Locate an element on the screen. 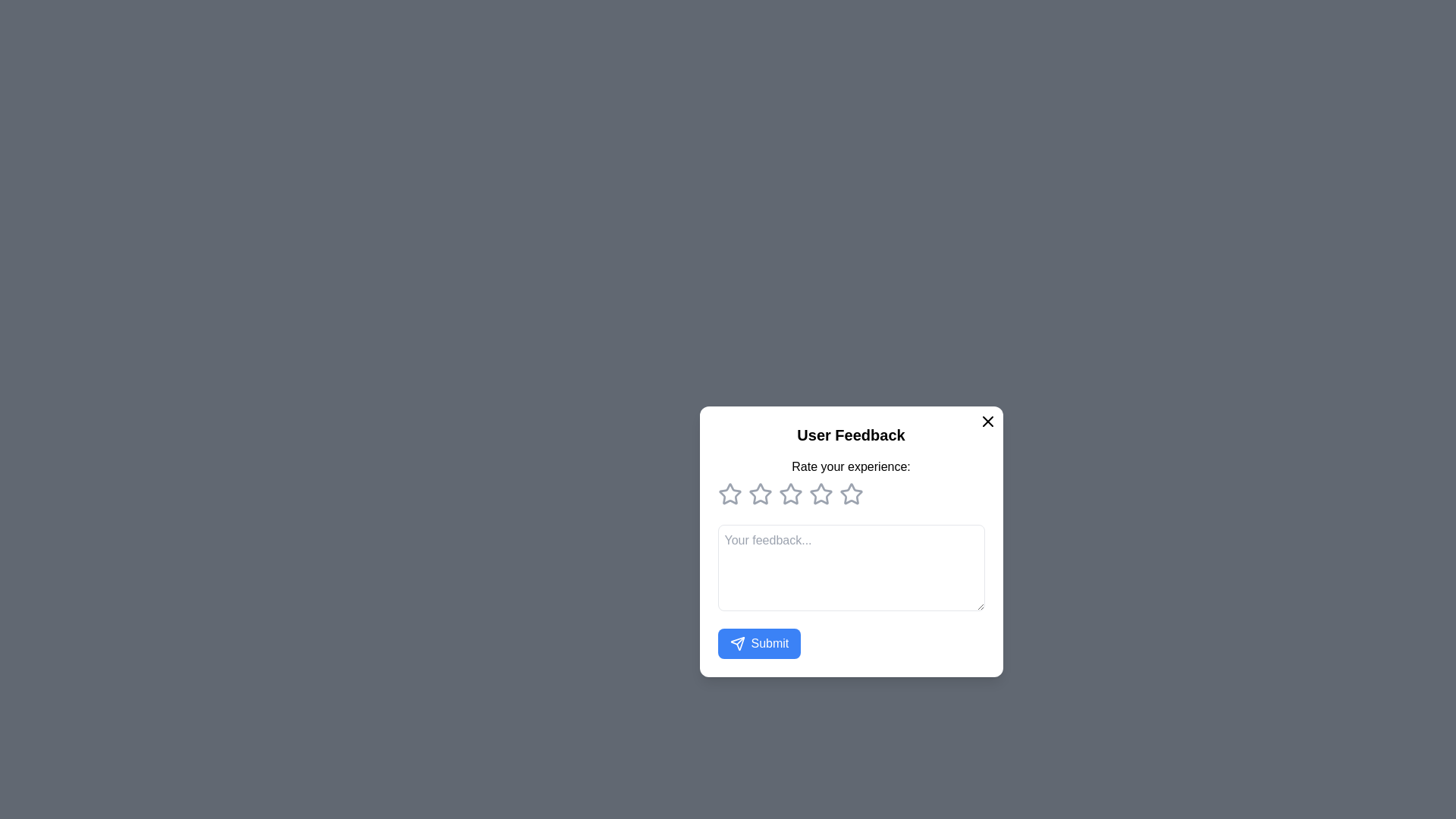 This screenshot has width=1456, height=819. on the second star icon in the 'Rate your experience' section is located at coordinates (760, 493).